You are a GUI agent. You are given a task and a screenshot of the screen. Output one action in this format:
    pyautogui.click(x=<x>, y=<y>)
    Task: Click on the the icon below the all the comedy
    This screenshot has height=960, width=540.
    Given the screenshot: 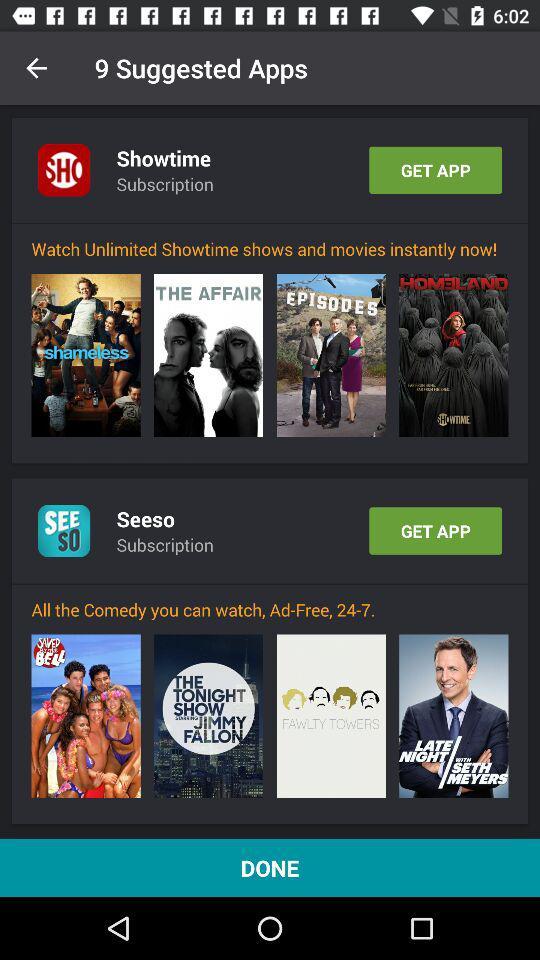 What is the action you would take?
    pyautogui.click(x=207, y=716)
    